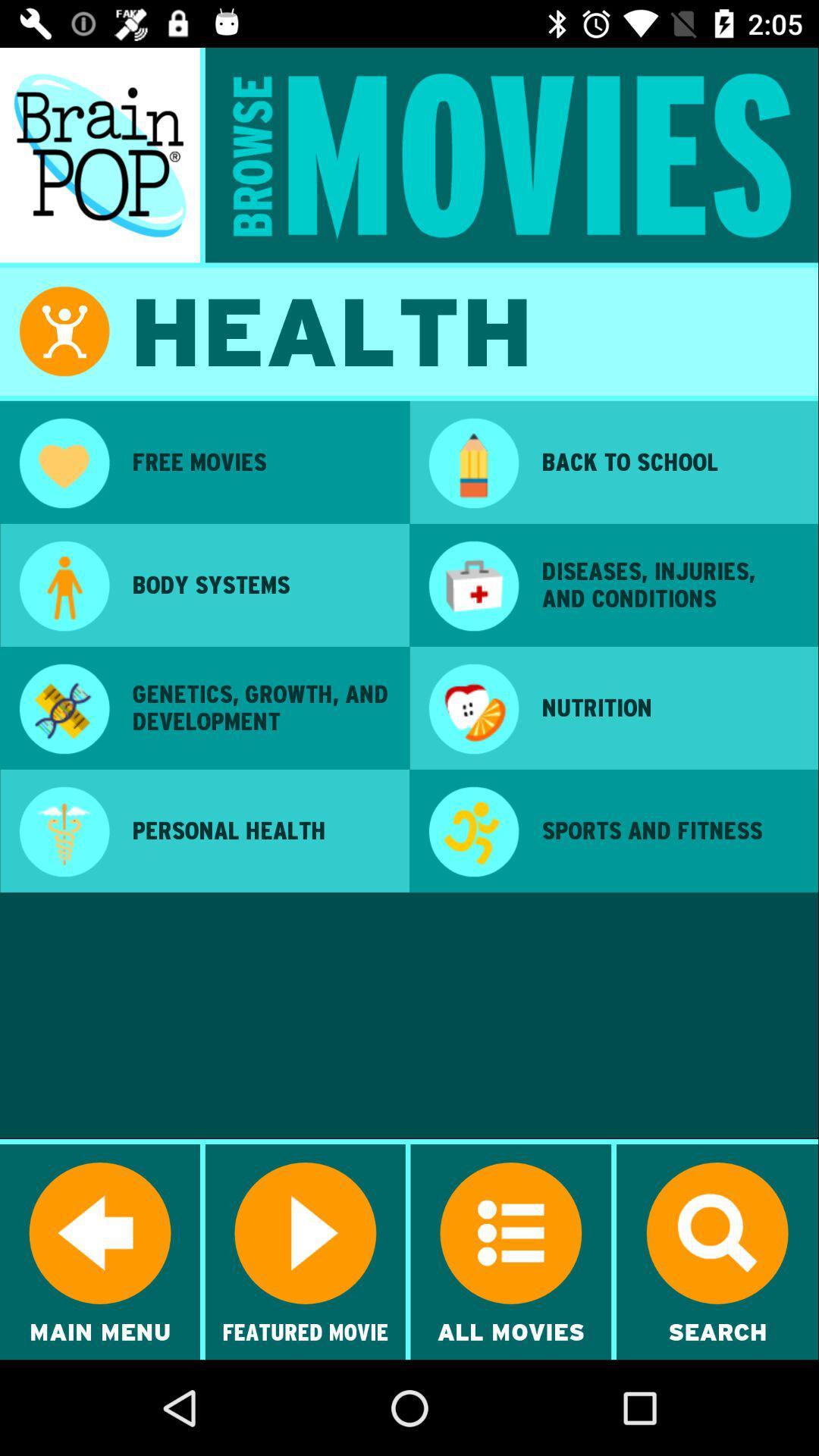 The image size is (819, 1456). Describe the element at coordinates (472, 710) in the screenshot. I see `icon to the left of nutrition app` at that location.